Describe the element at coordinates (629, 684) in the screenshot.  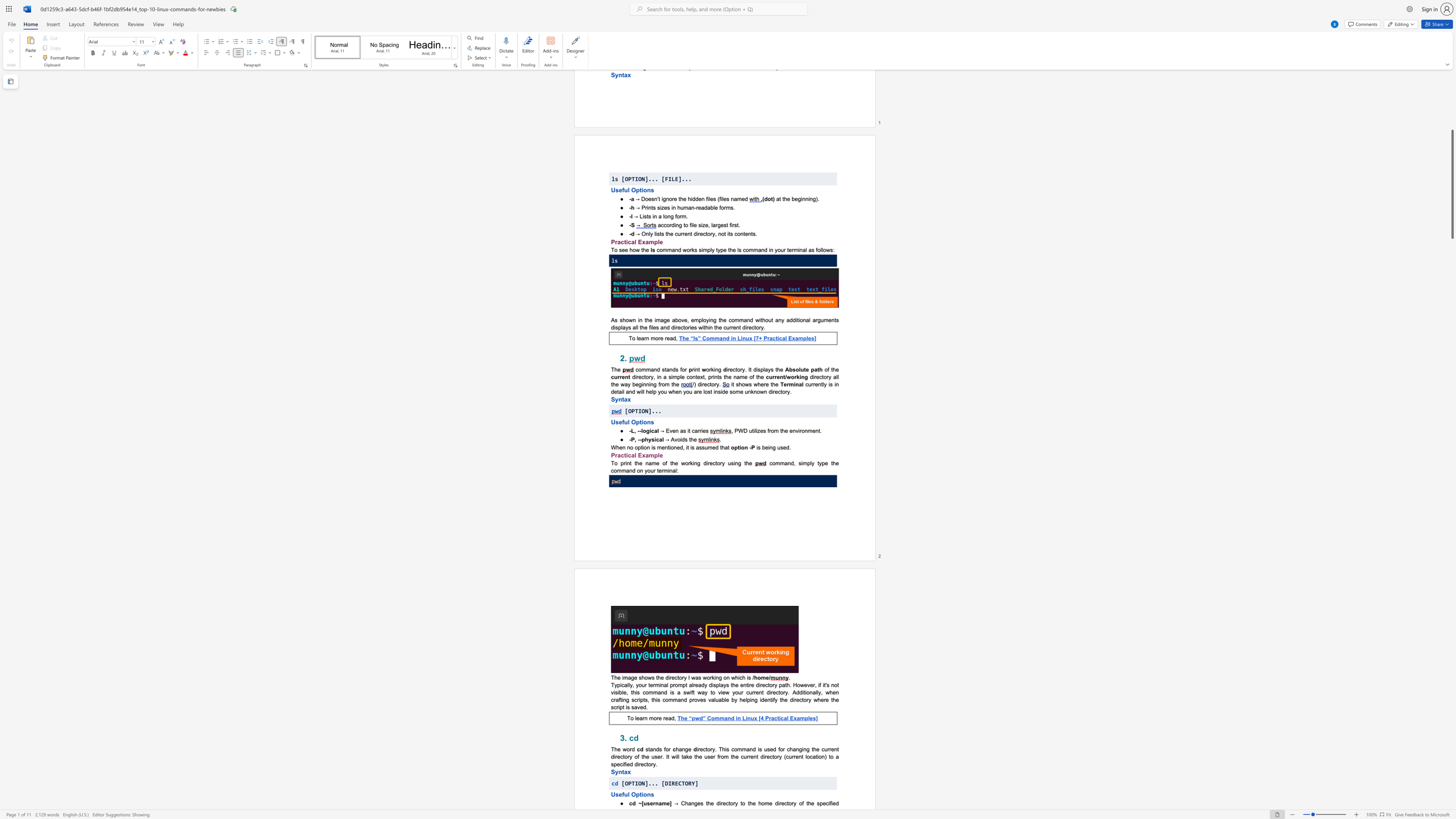
I see `the subset text "ly, you" within the text "Typically, your terminal prompt already displays the entire directory path. However, if"` at that location.